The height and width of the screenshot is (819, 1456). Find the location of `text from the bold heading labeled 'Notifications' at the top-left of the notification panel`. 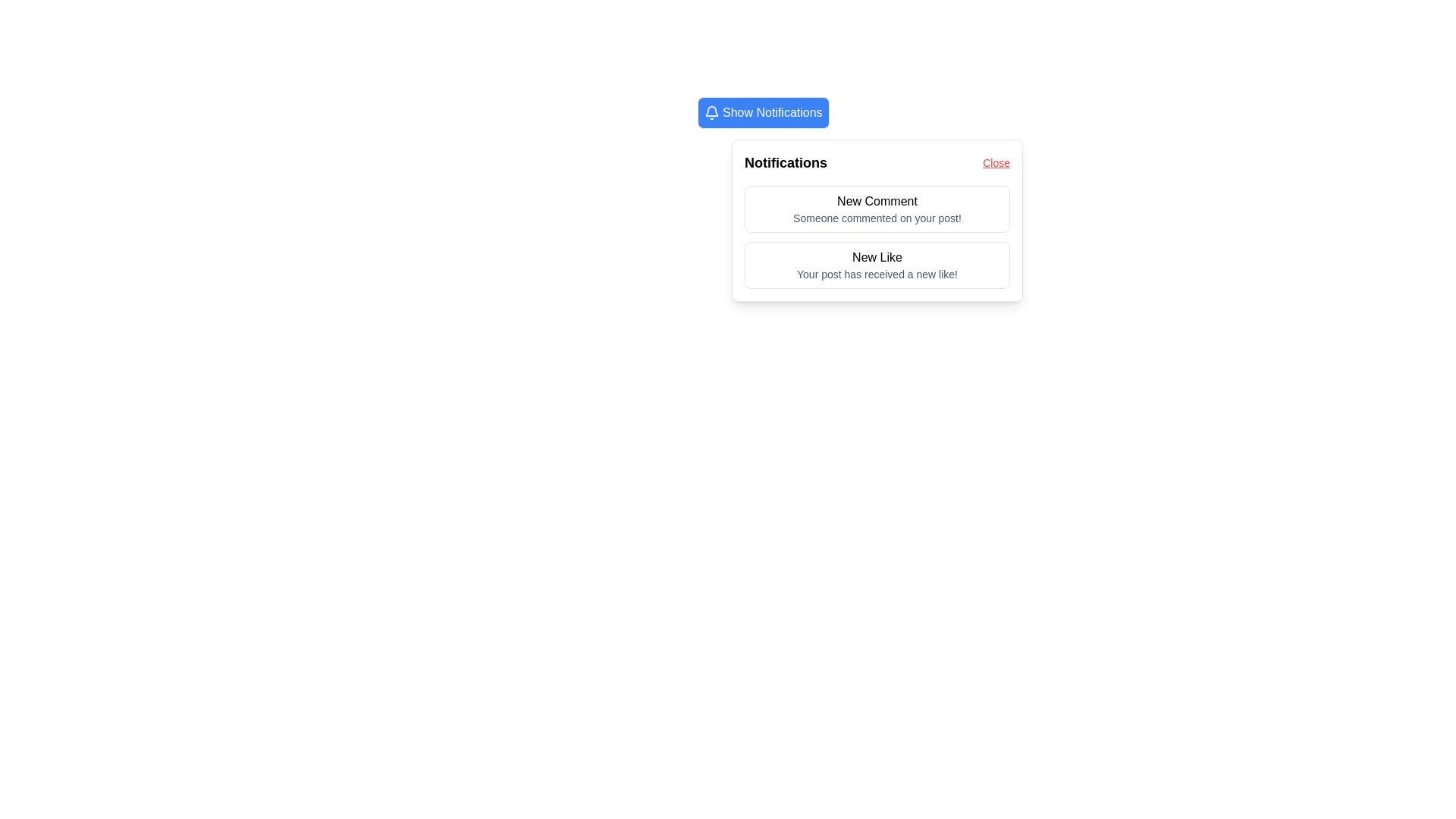

text from the bold heading labeled 'Notifications' at the top-left of the notification panel is located at coordinates (786, 163).